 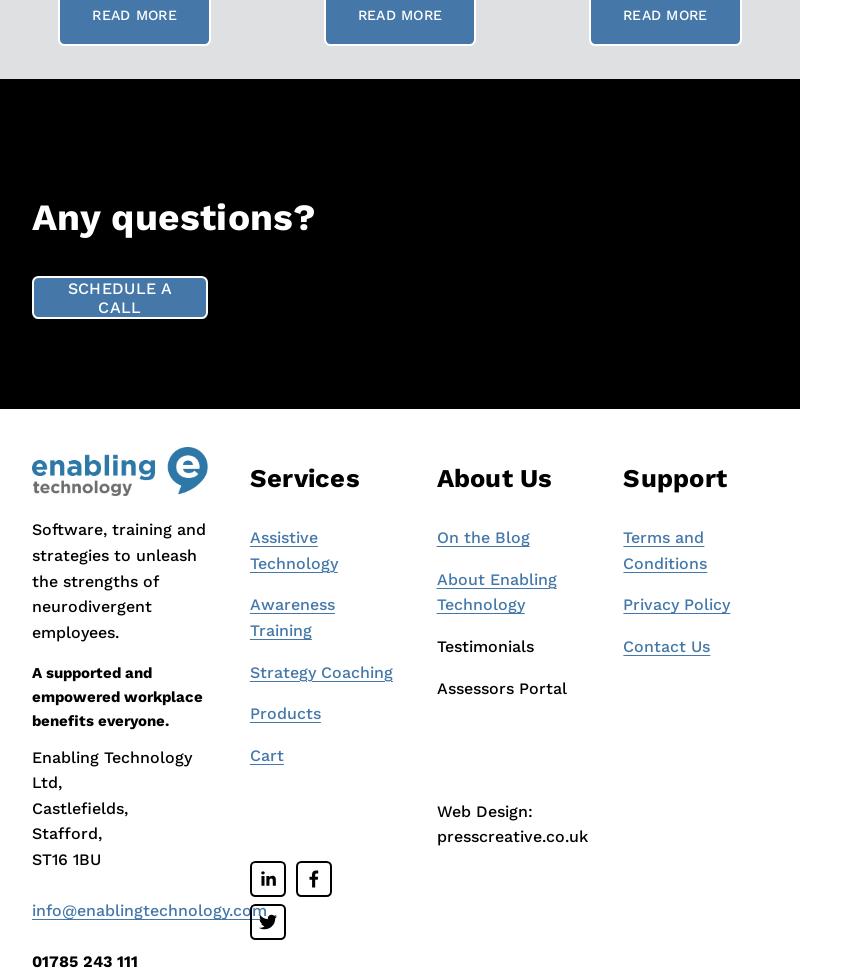 I want to click on 'Web Design: presscreative.co.uk', so click(x=510, y=822).